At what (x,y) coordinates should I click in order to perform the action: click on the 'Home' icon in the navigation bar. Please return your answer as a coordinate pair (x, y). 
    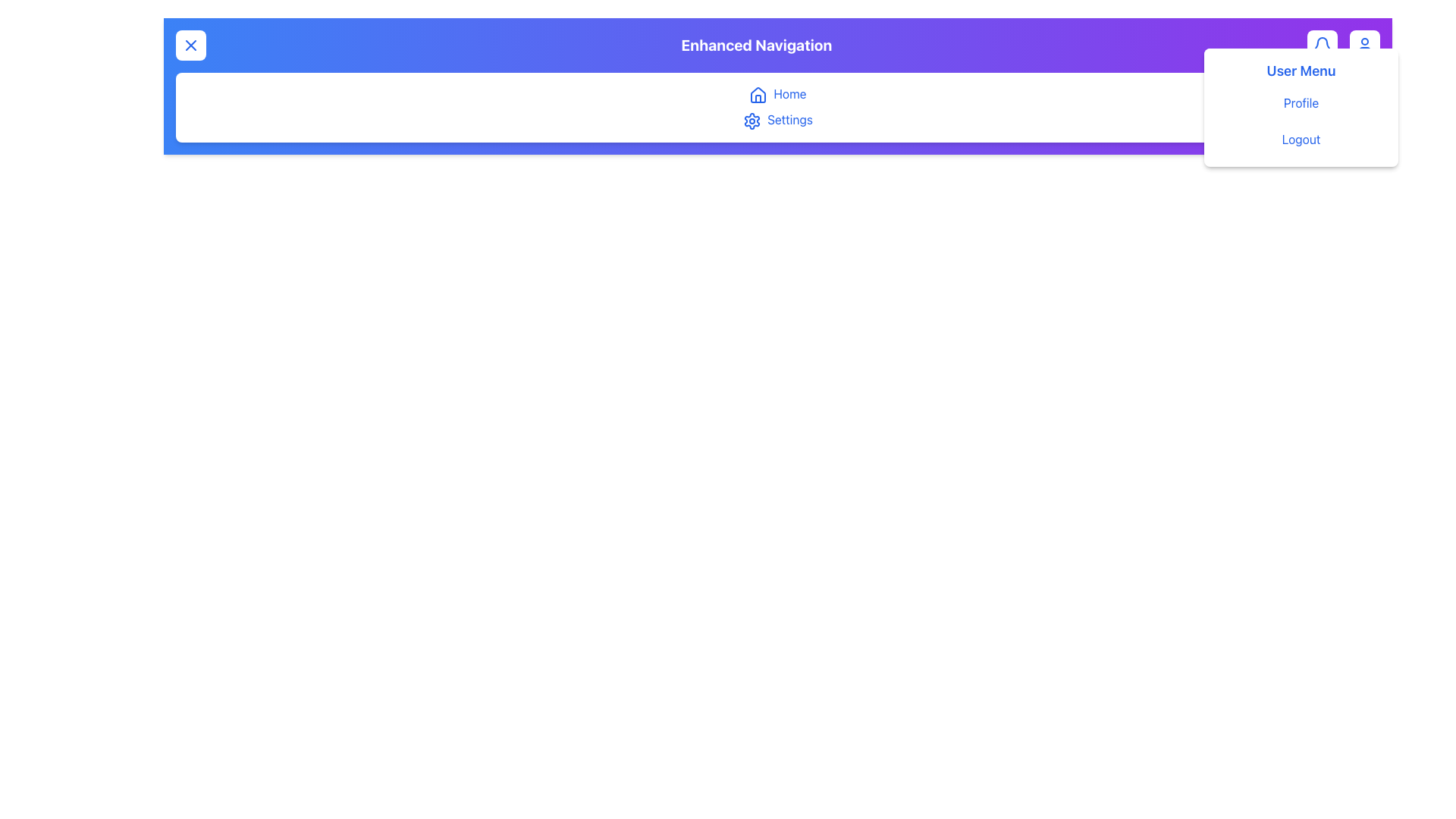
    Looking at the image, I should click on (758, 95).